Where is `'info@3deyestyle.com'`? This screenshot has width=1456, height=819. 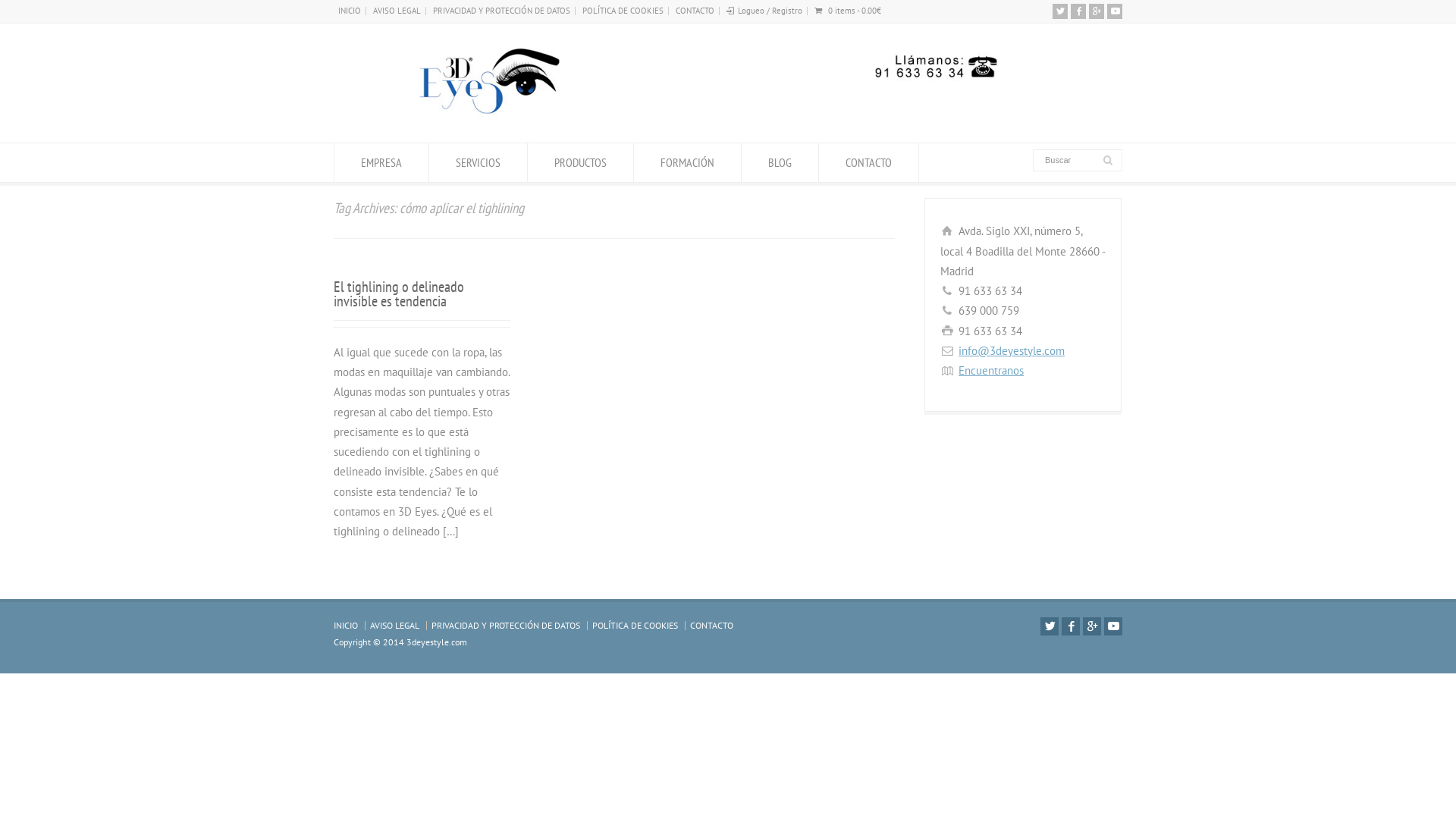
'info@3deyestyle.com' is located at coordinates (1012, 350).